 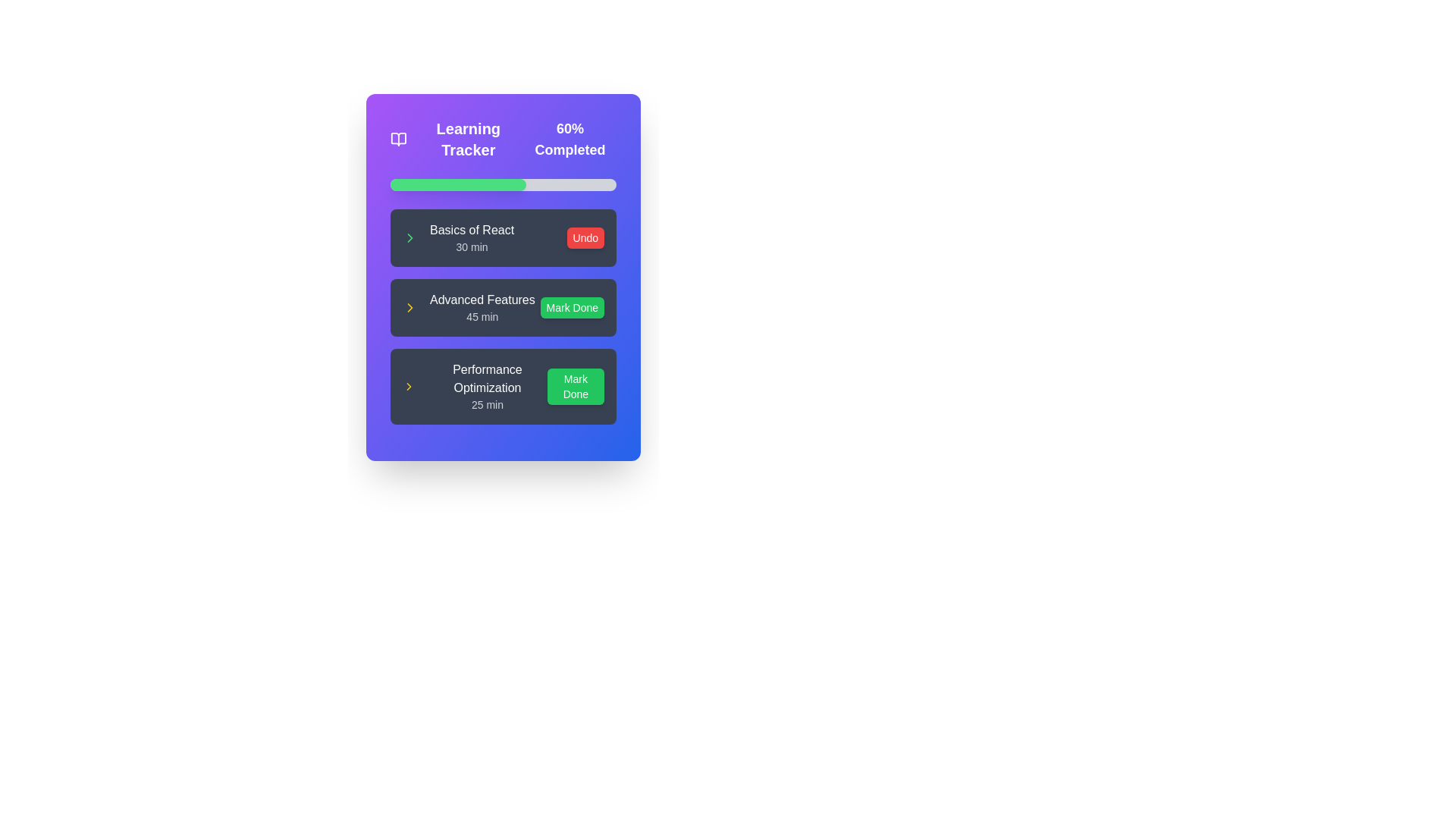 What do you see at coordinates (488, 378) in the screenshot?
I see `the 'Performance Optimization' title text label, which is the primary header in the third content block of a card-like interface` at bounding box center [488, 378].